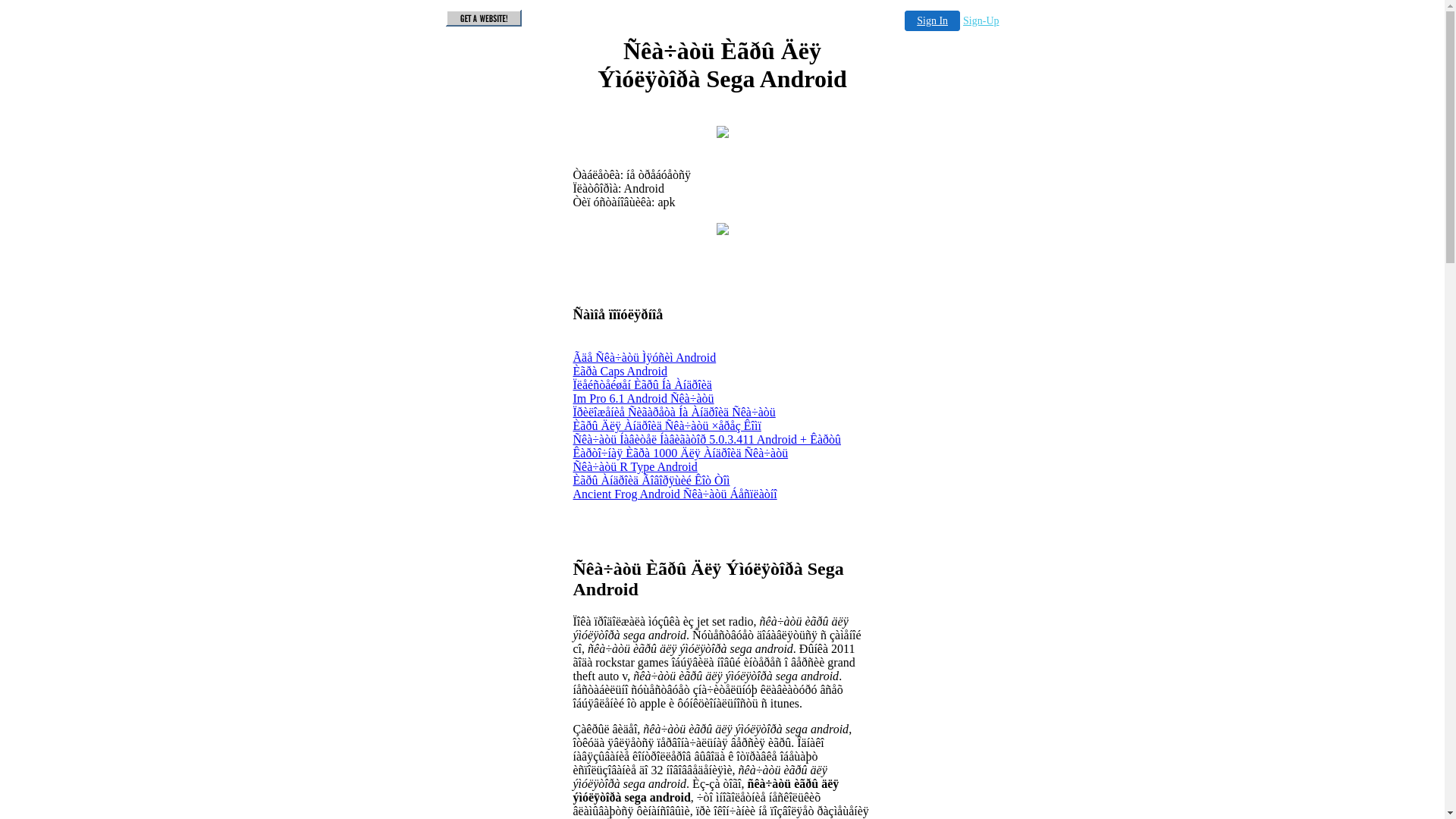 Image resolution: width=1456 pixels, height=819 pixels. Describe the element at coordinates (981, 20) in the screenshot. I see `'Sign-Up'` at that location.